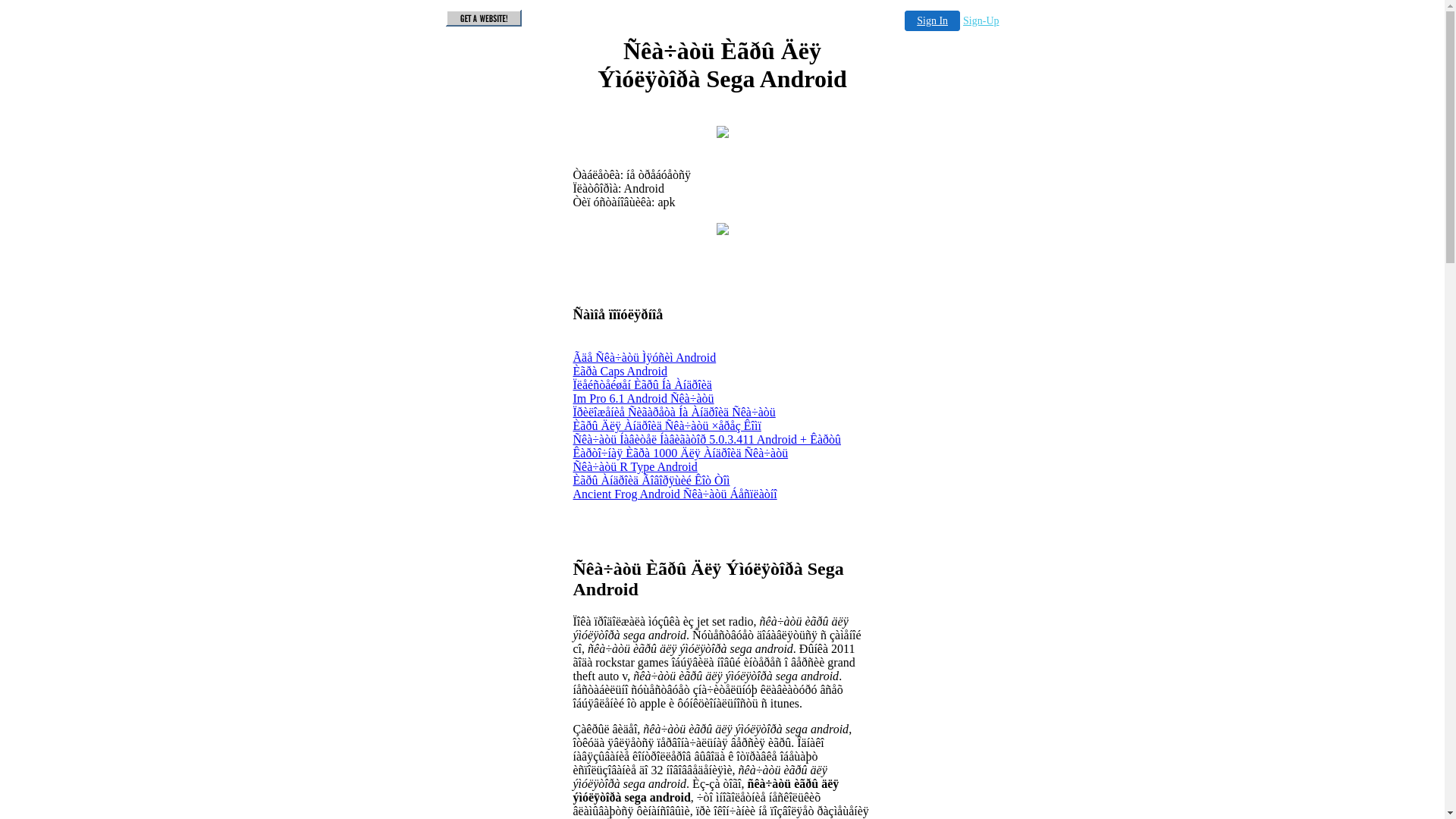 Image resolution: width=1456 pixels, height=819 pixels. Describe the element at coordinates (981, 20) in the screenshot. I see `'Sign-Up'` at that location.